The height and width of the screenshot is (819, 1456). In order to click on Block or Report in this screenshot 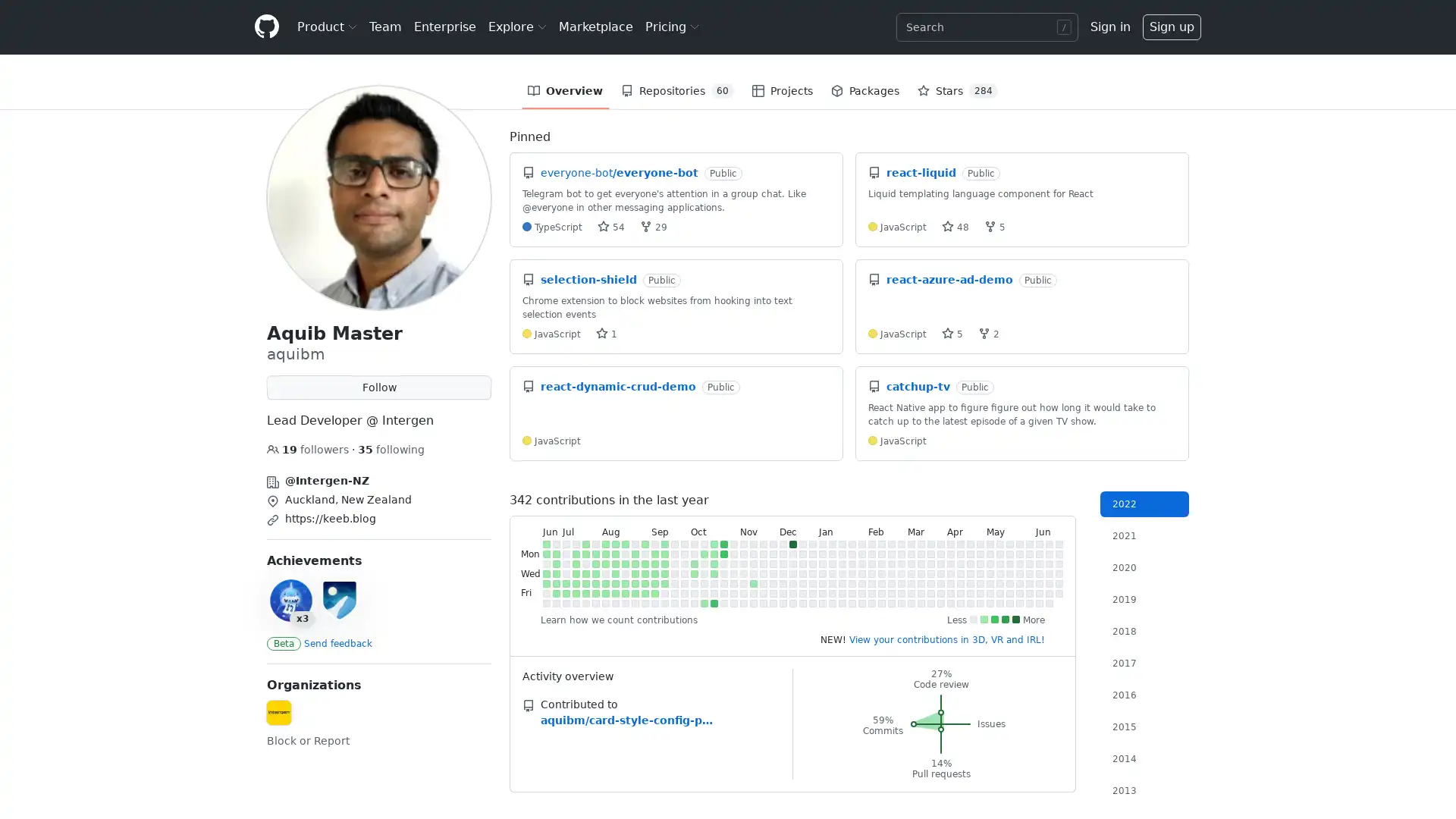, I will do `click(307, 740)`.